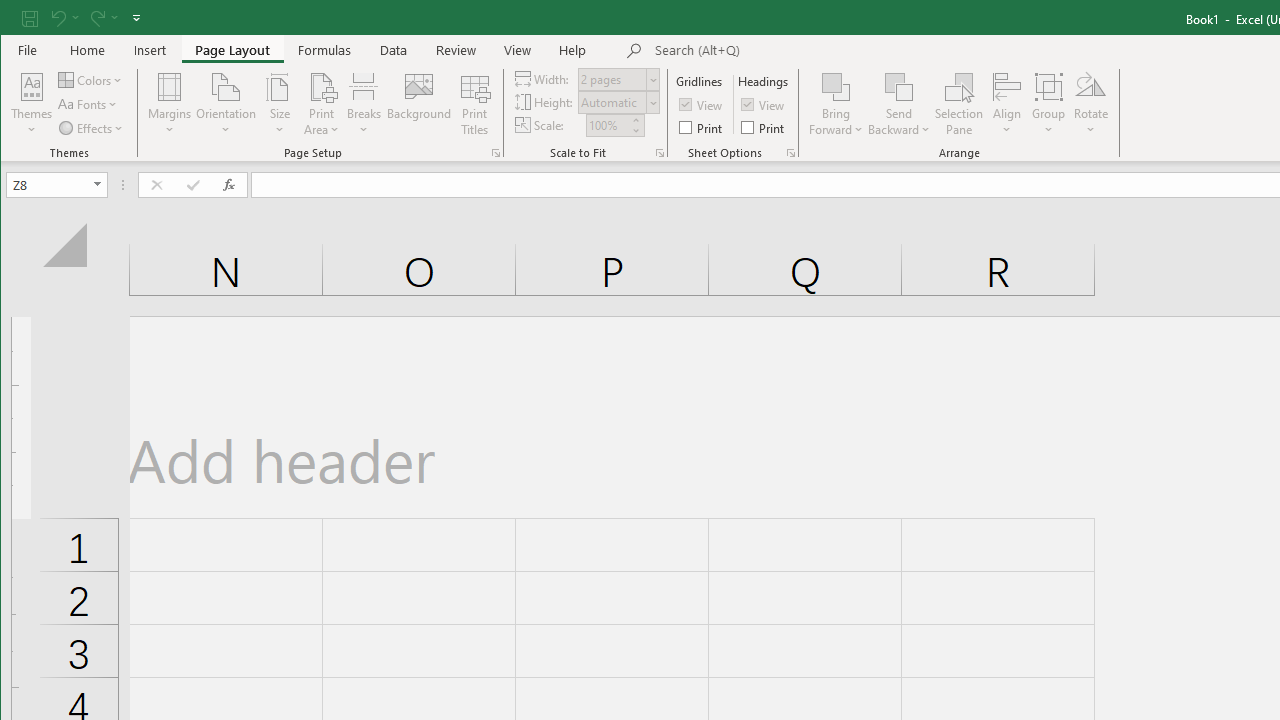 This screenshot has width=1280, height=720. Describe the element at coordinates (618, 102) in the screenshot. I see `'Height'` at that location.